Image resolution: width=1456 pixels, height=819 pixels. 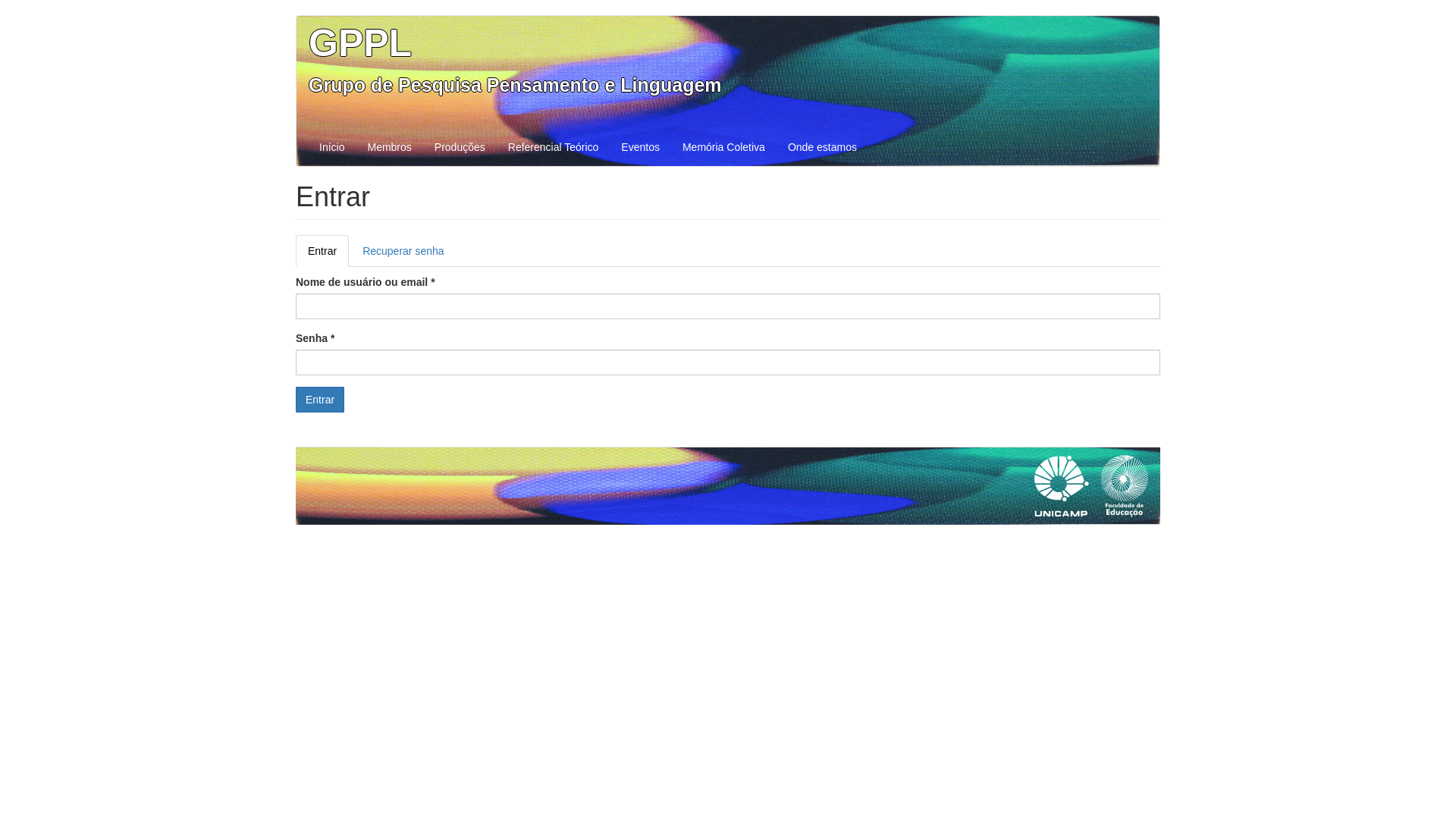 What do you see at coordinates (776, 146) in the screenshot?
I see `'Onde estamos'` at bounding box center [776, 146].